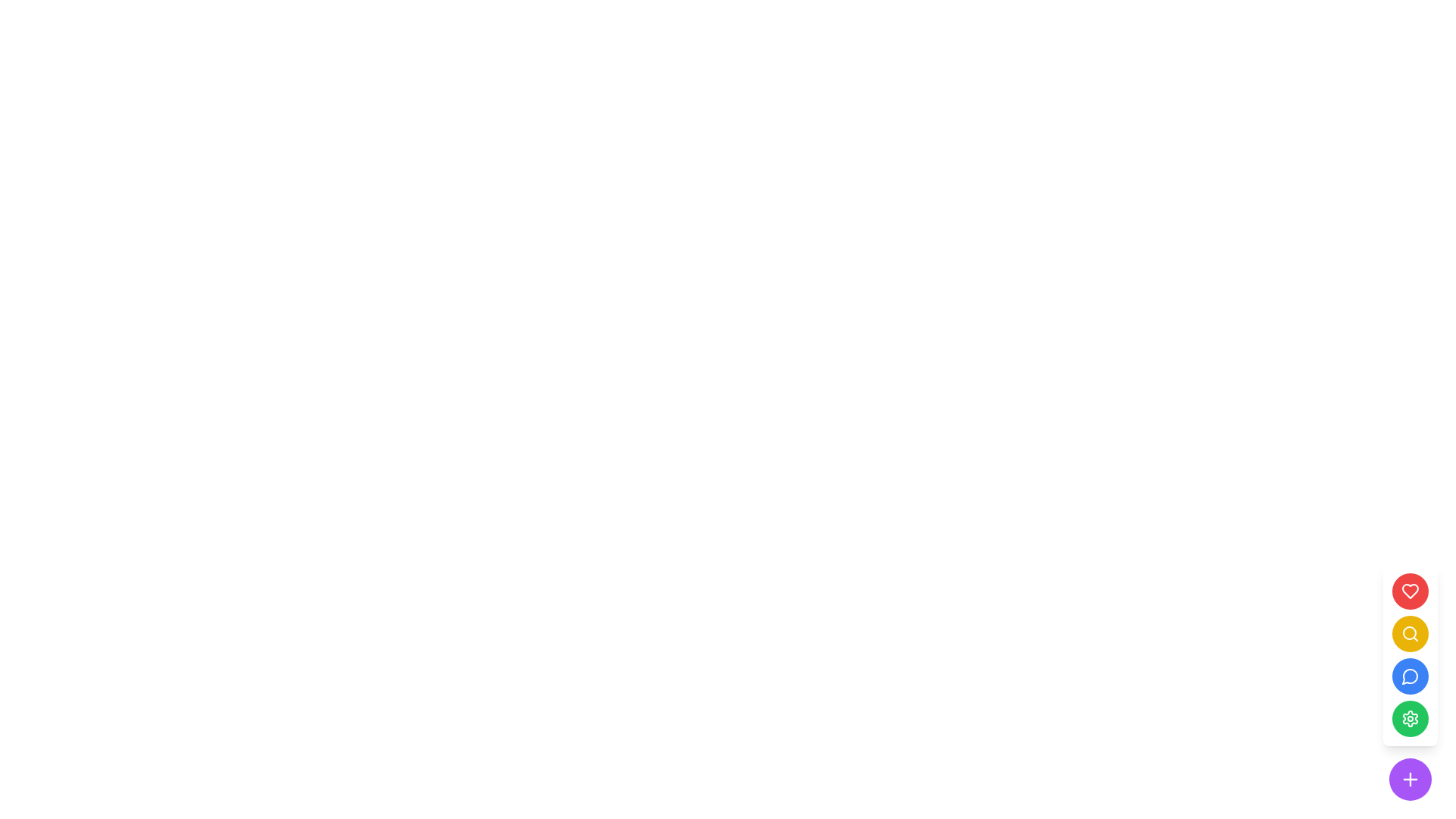 Image resolution: width=1456 pixels, height=819 pixels. Describe the element at coordinates (1410, 590) in the screenshot. I see `the Icon button located at the top of the vertical stack of circular icons on the far right side of the interface` at that location.